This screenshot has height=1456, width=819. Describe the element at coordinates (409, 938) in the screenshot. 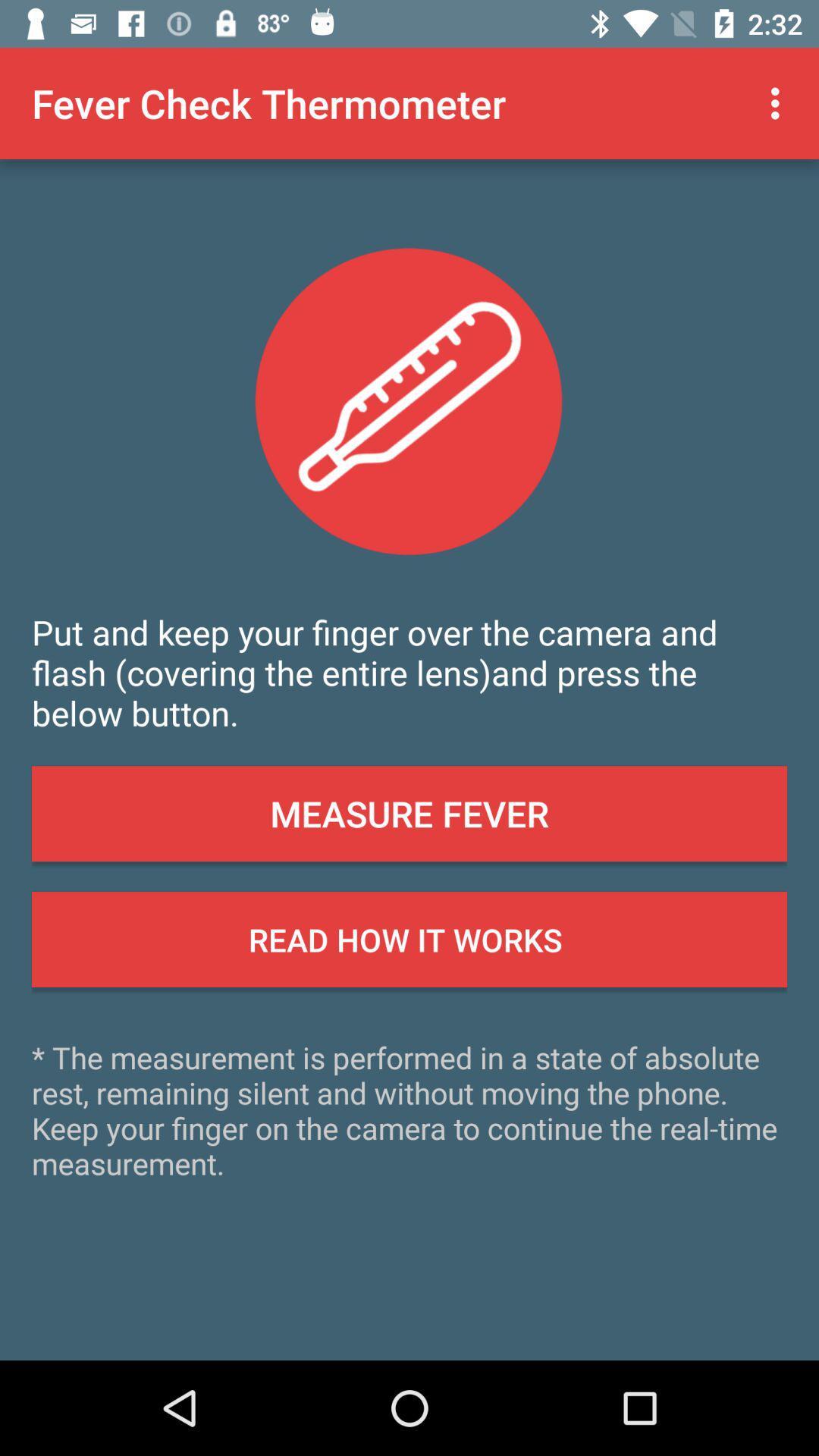

I see `app above the the measurement is icon` at that location.